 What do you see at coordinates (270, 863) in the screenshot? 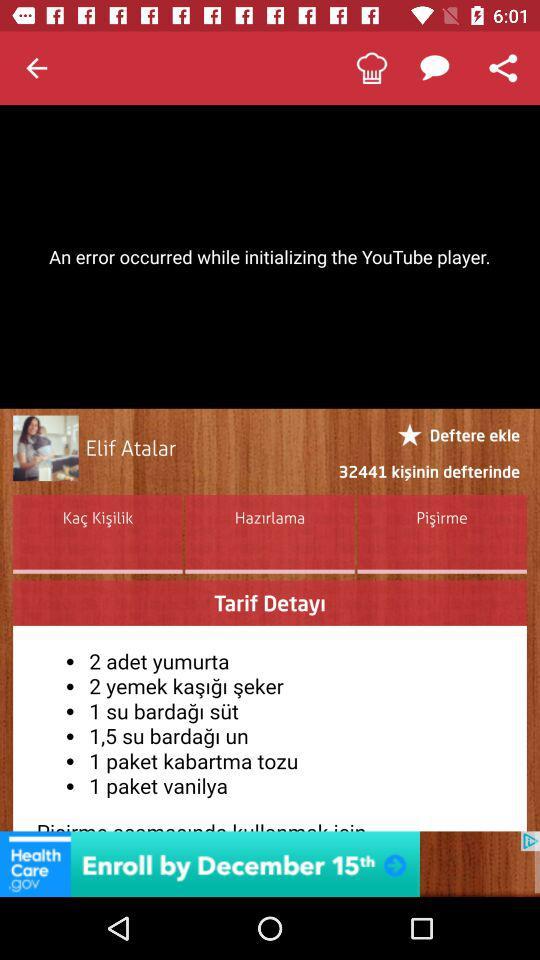
I see `advertisement` at bounding box center [270, 863].